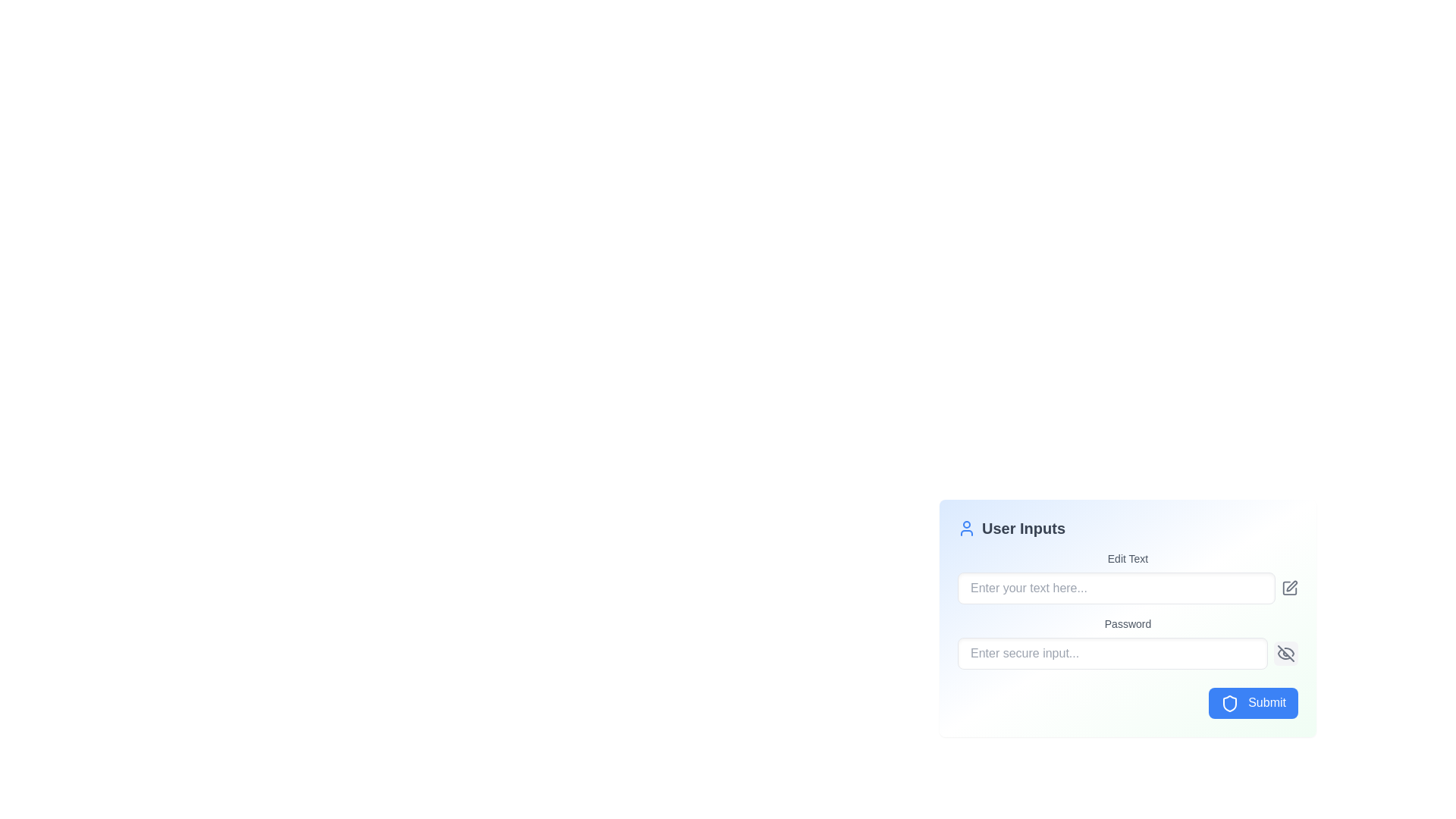 The height and width of the screenshot is (819, 1456). What do you see at coordinates (1128, 558) in the screenshot?
I see `the label indicating the associated input field in the 'User Inputs' form, which is situated directly above the text input field labeled 'Enter your text here...'` at bounding box center [1128, 558].